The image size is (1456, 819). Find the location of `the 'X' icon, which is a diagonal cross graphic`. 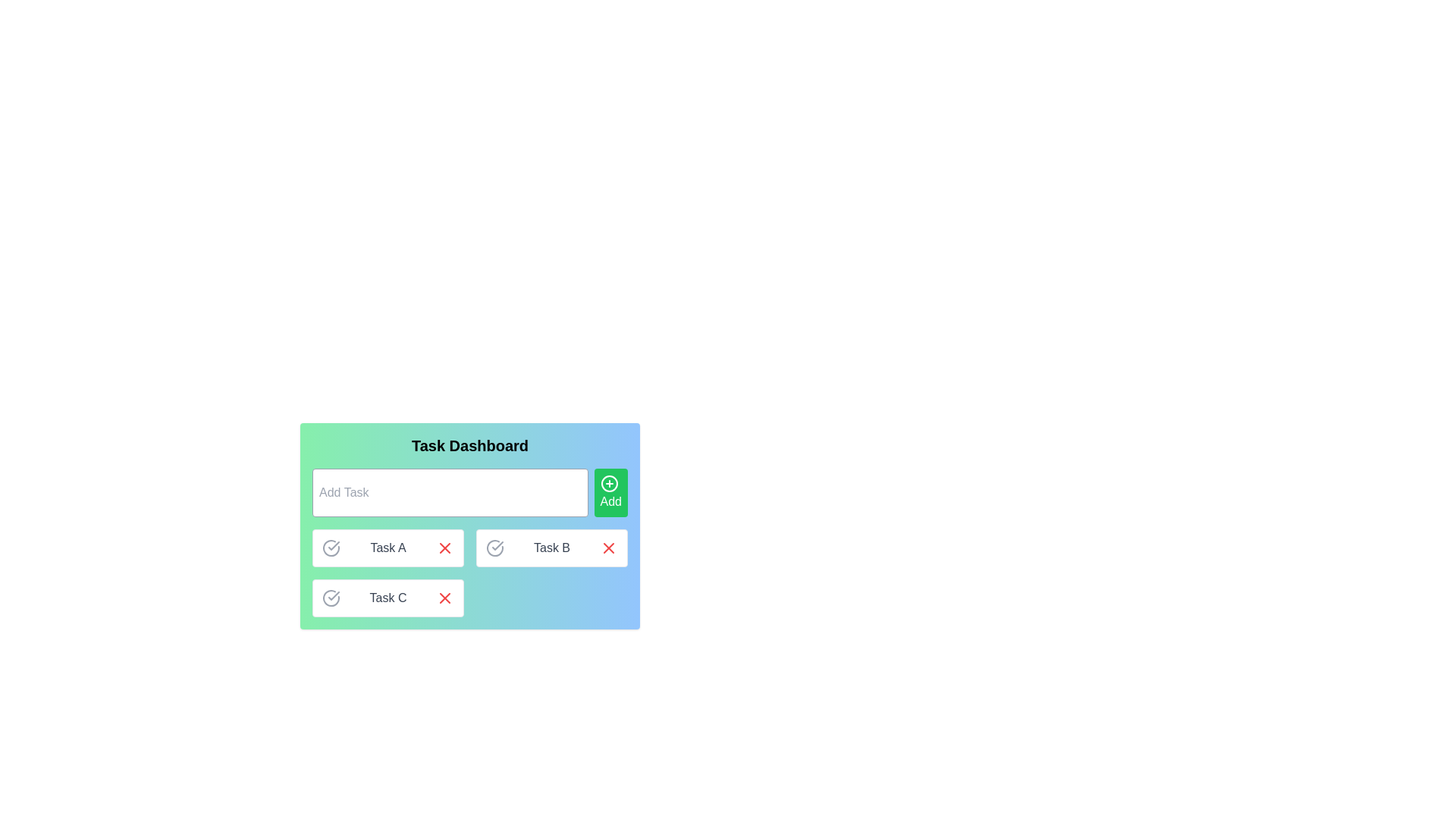

the 'X' icon, which is a diagonal cross graphic is located at coordinates (444, 598).